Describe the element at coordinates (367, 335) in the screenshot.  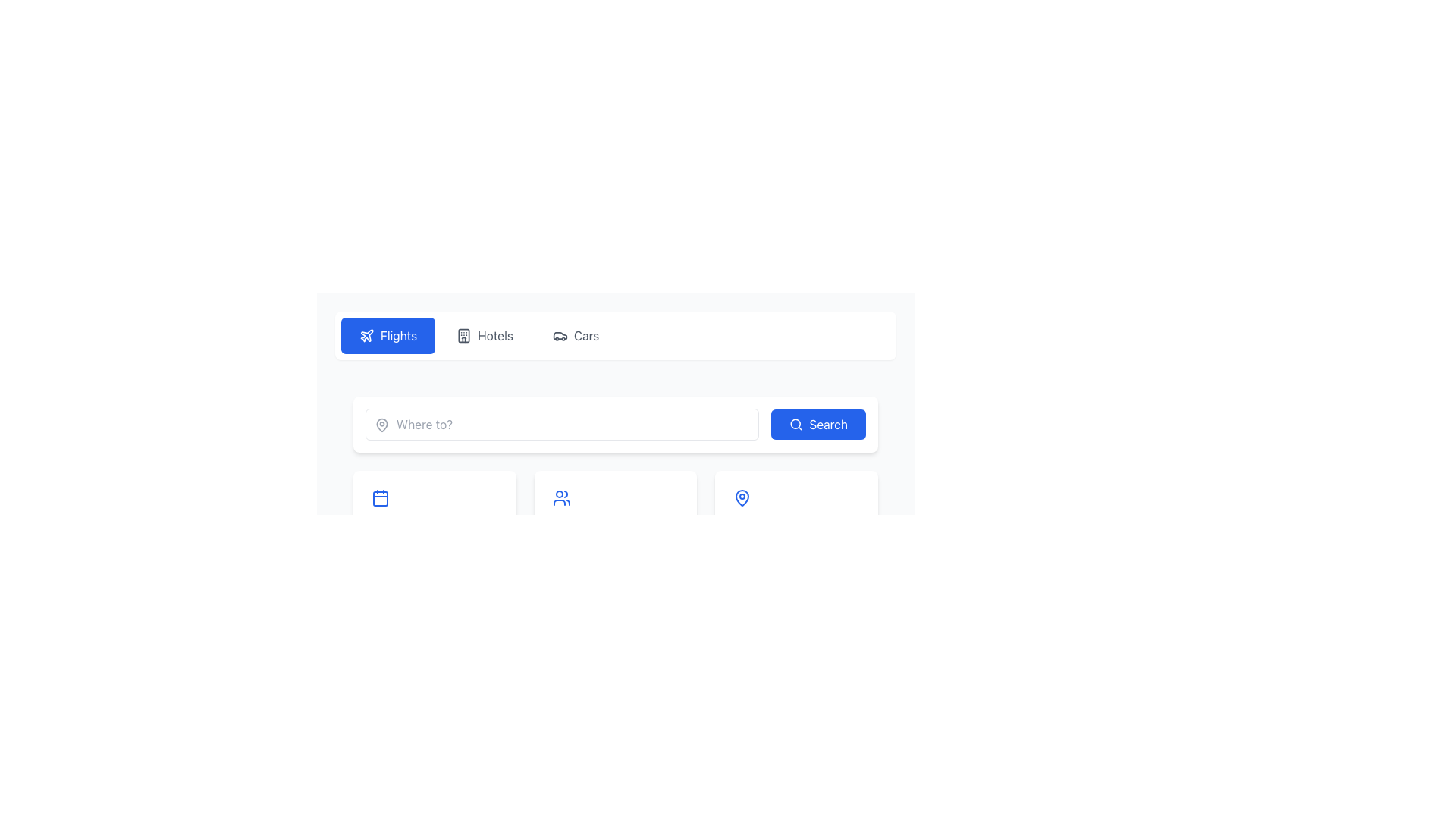
I see `the airplane icon located within the 'Flights' button, which is positioned near the top-left corner of the interface` at that location.